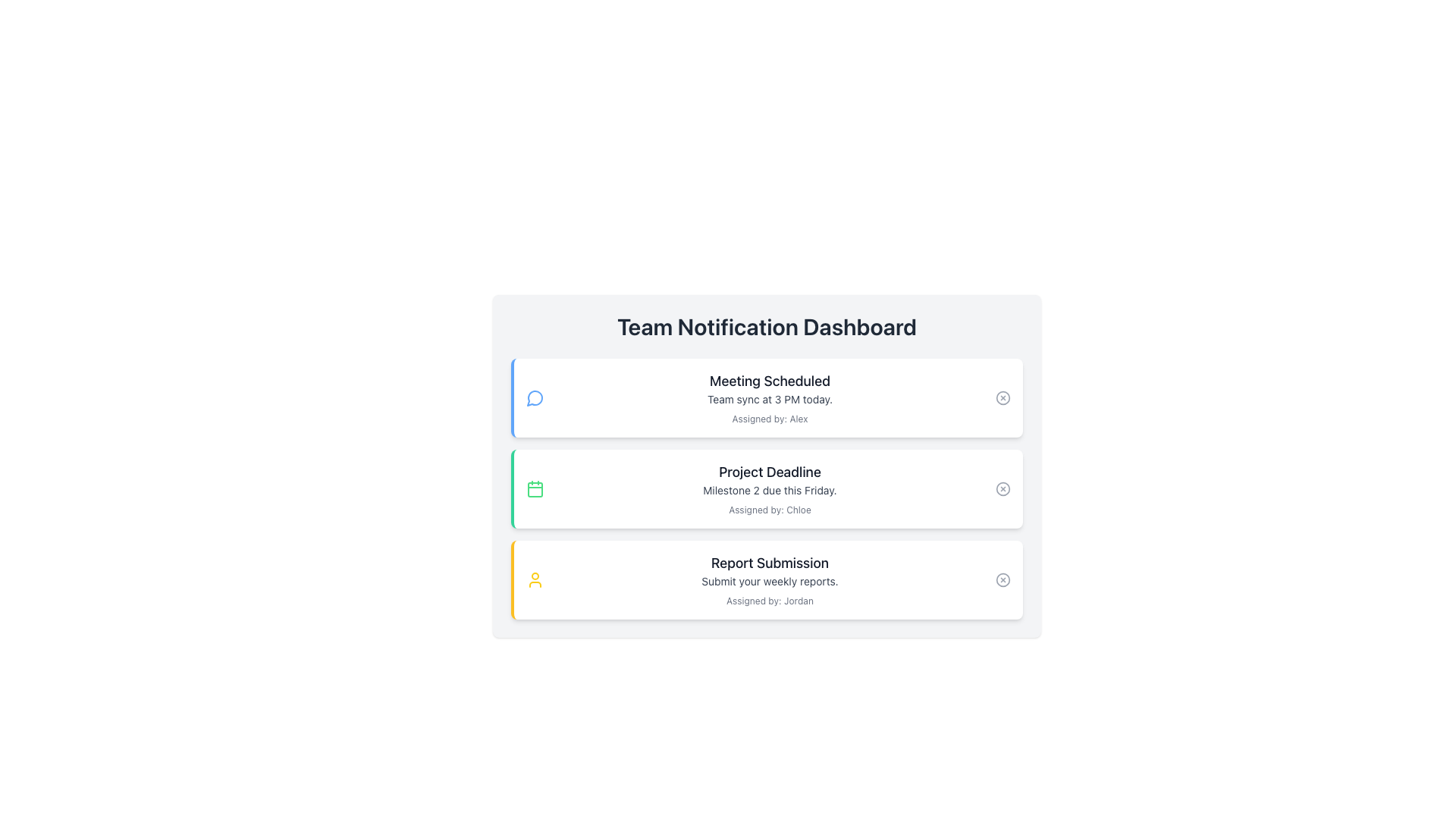  What do you see at coordinates (770, 399) in the screenshot?
I see `the Text Label that provides descriptive information regarding a scheduled team meeting, located below 'Meeting Scheduled' and above 'Assigned by: Alex'` at bounding box center [770, 399].